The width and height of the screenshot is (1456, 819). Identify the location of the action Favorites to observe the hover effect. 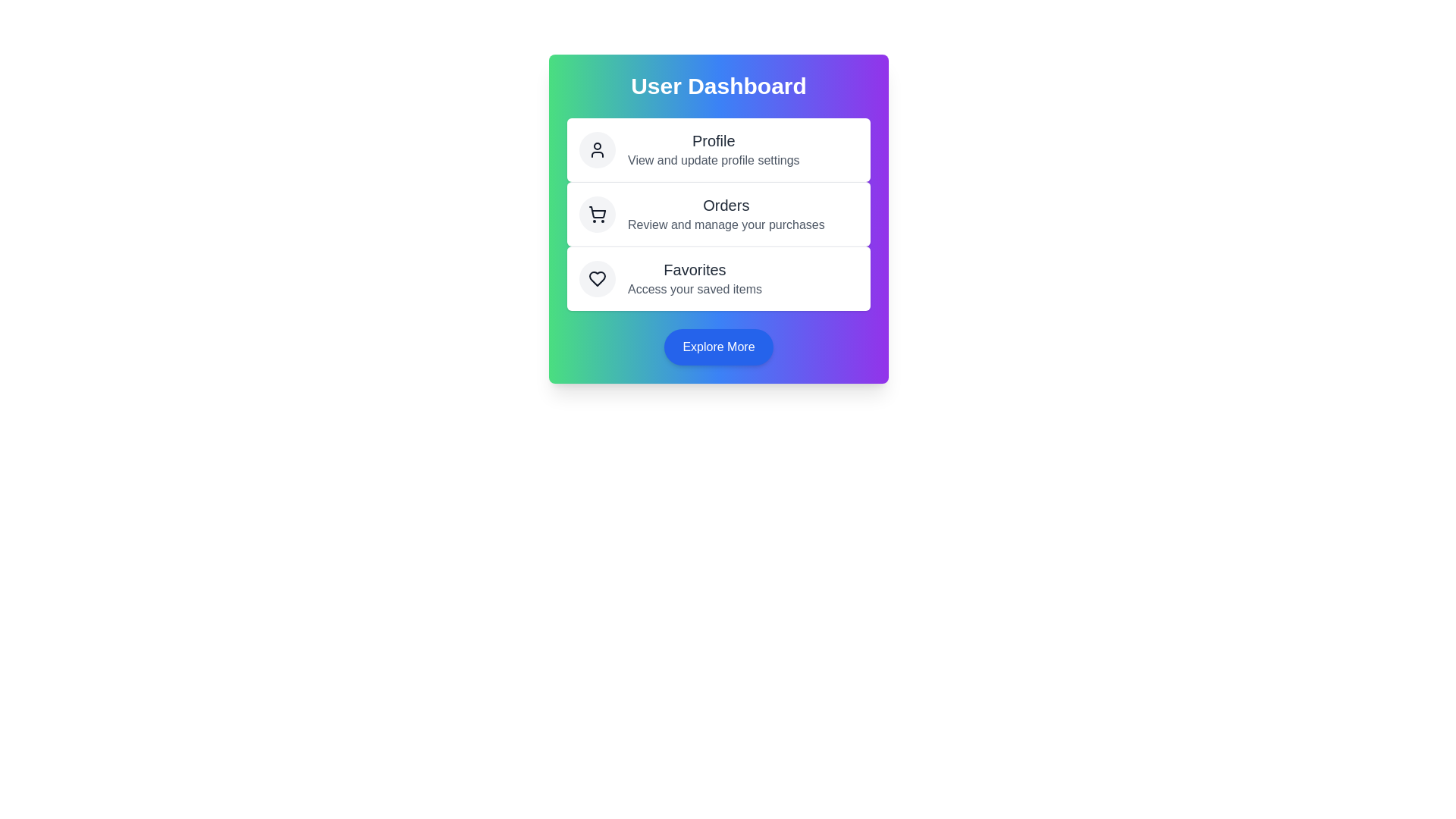
(718, 278).